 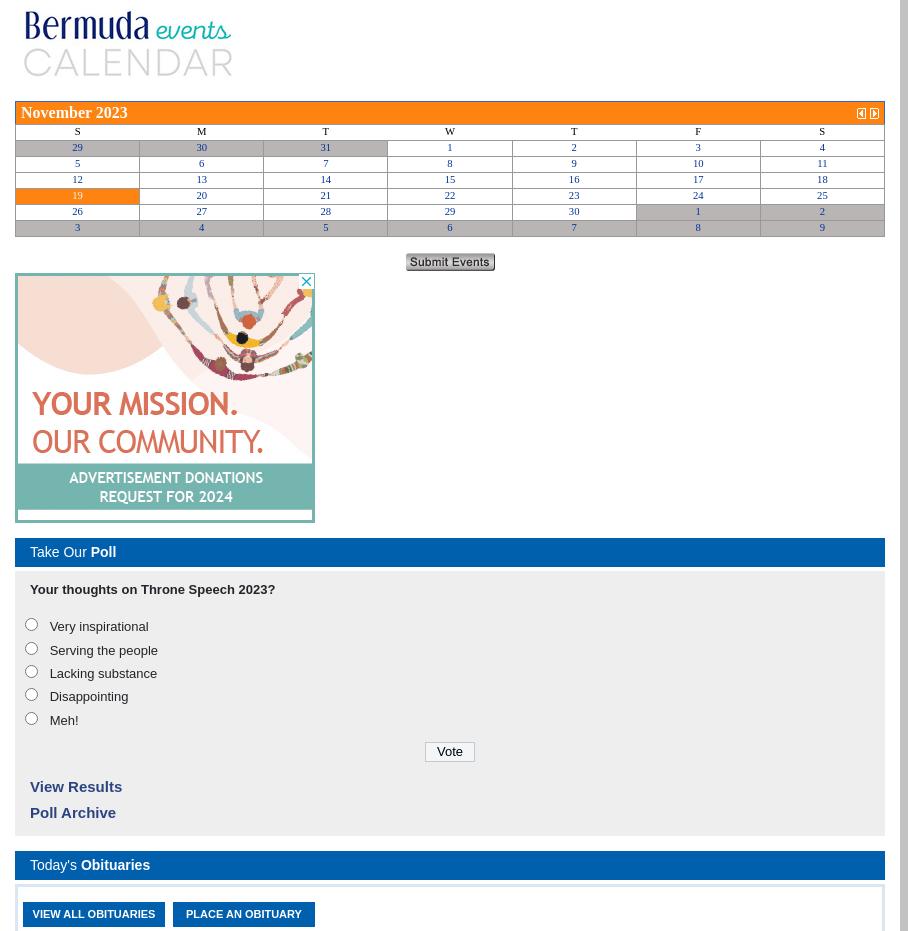 I want to click on 'Lacking substance', so click(x=101, y=672).